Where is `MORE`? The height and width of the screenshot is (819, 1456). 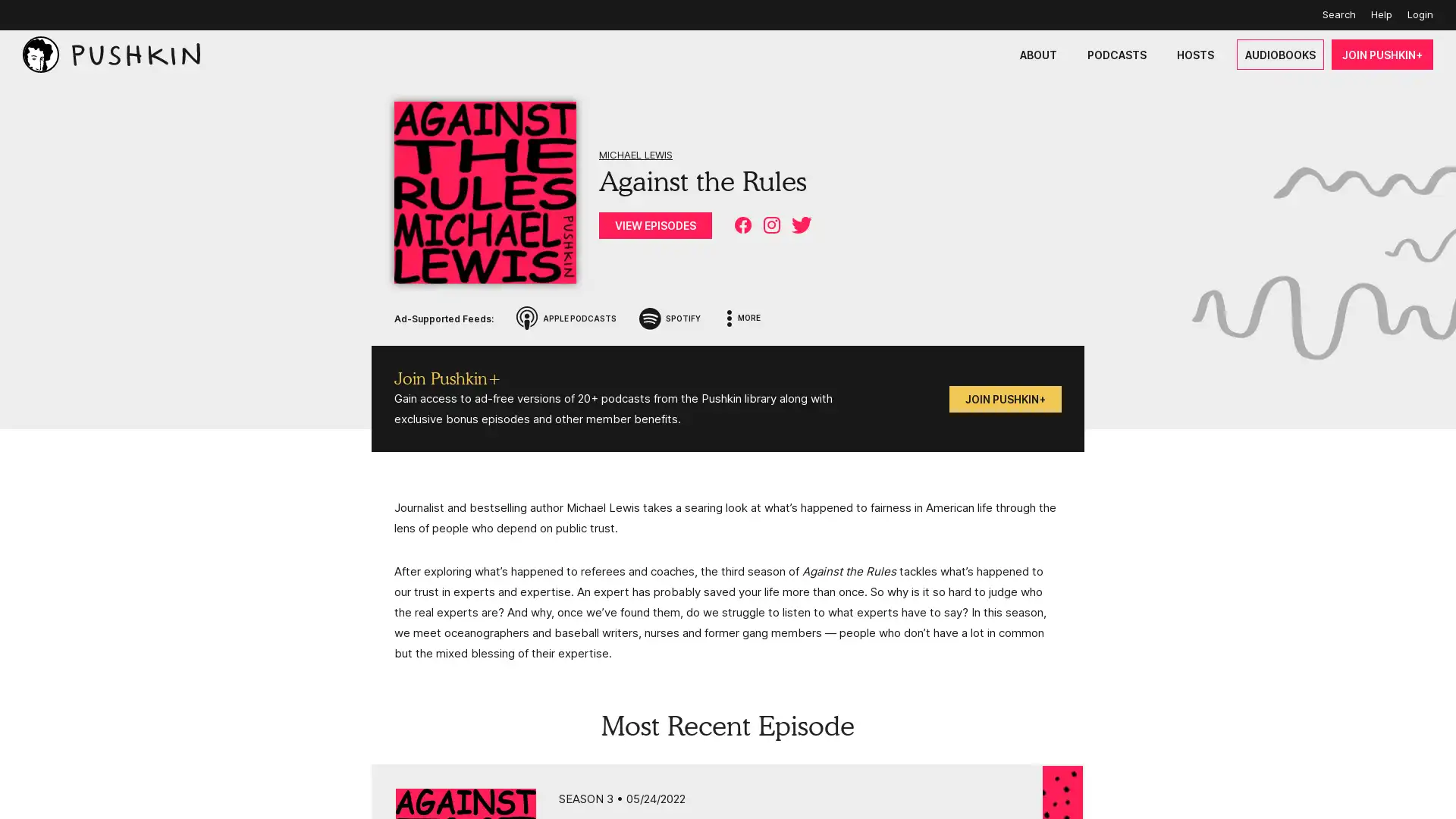 MORE is located at coordinates (745, 318).